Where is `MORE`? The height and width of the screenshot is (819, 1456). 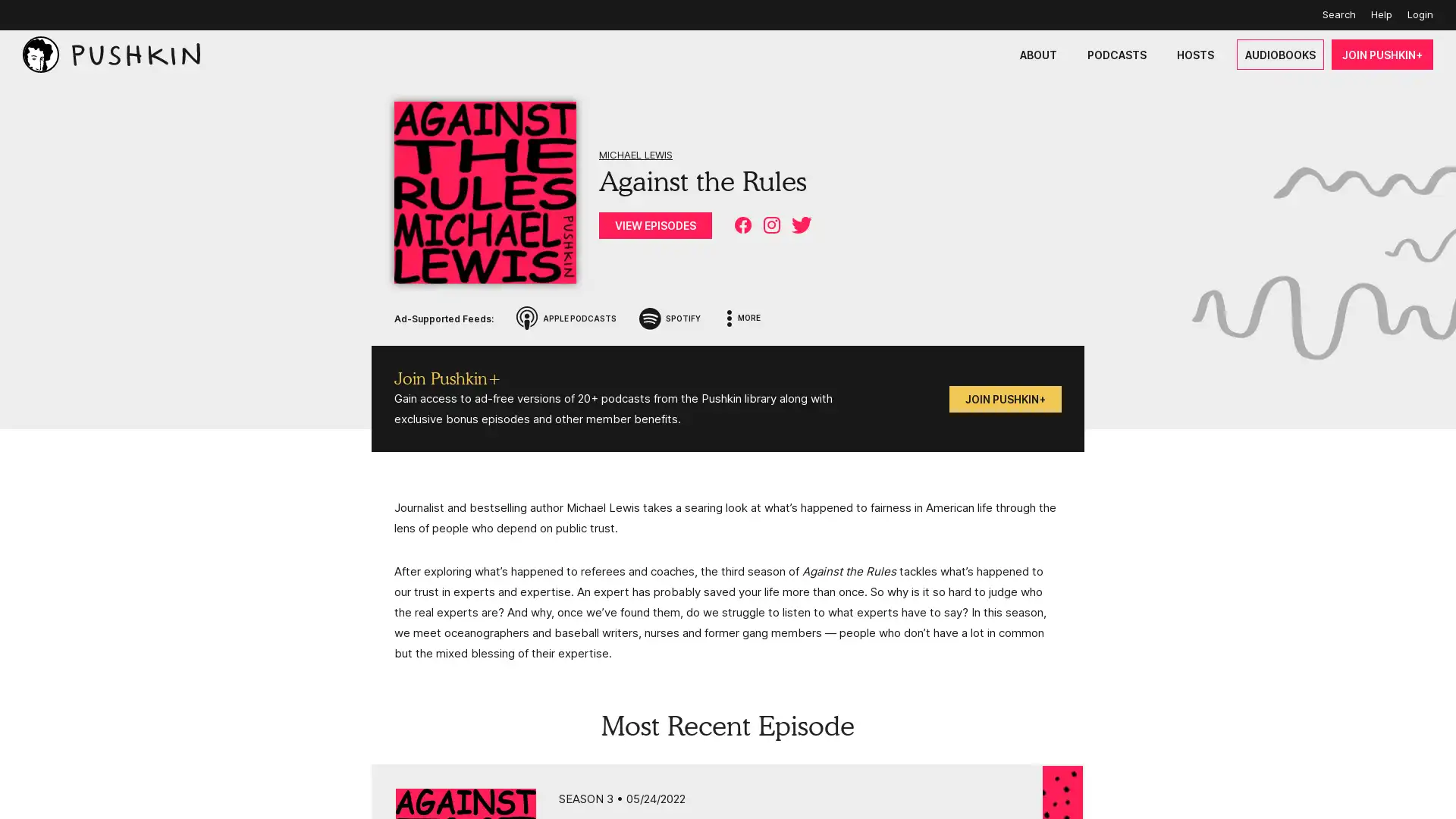 MORE is located at coordinates (745, 318).